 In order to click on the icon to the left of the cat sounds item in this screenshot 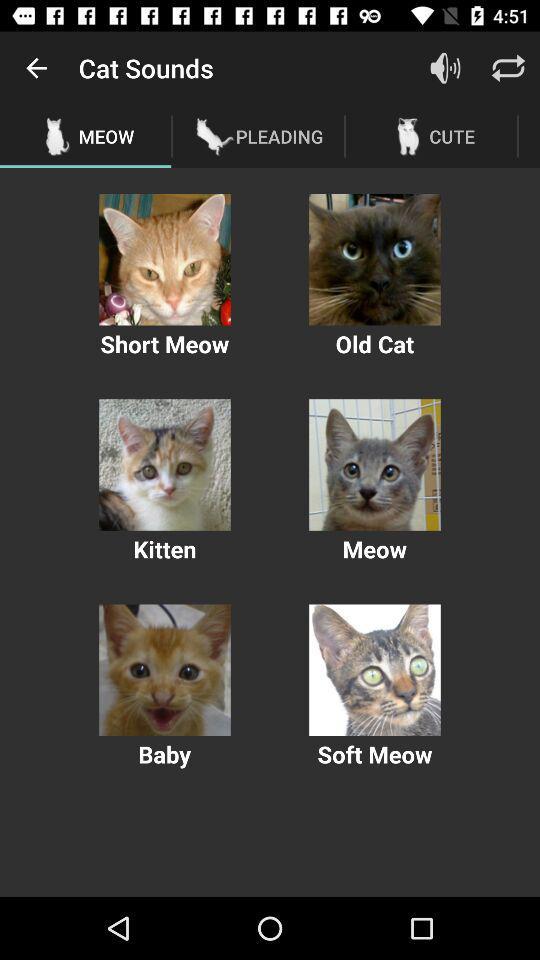, I will do `click(36, 68)`.